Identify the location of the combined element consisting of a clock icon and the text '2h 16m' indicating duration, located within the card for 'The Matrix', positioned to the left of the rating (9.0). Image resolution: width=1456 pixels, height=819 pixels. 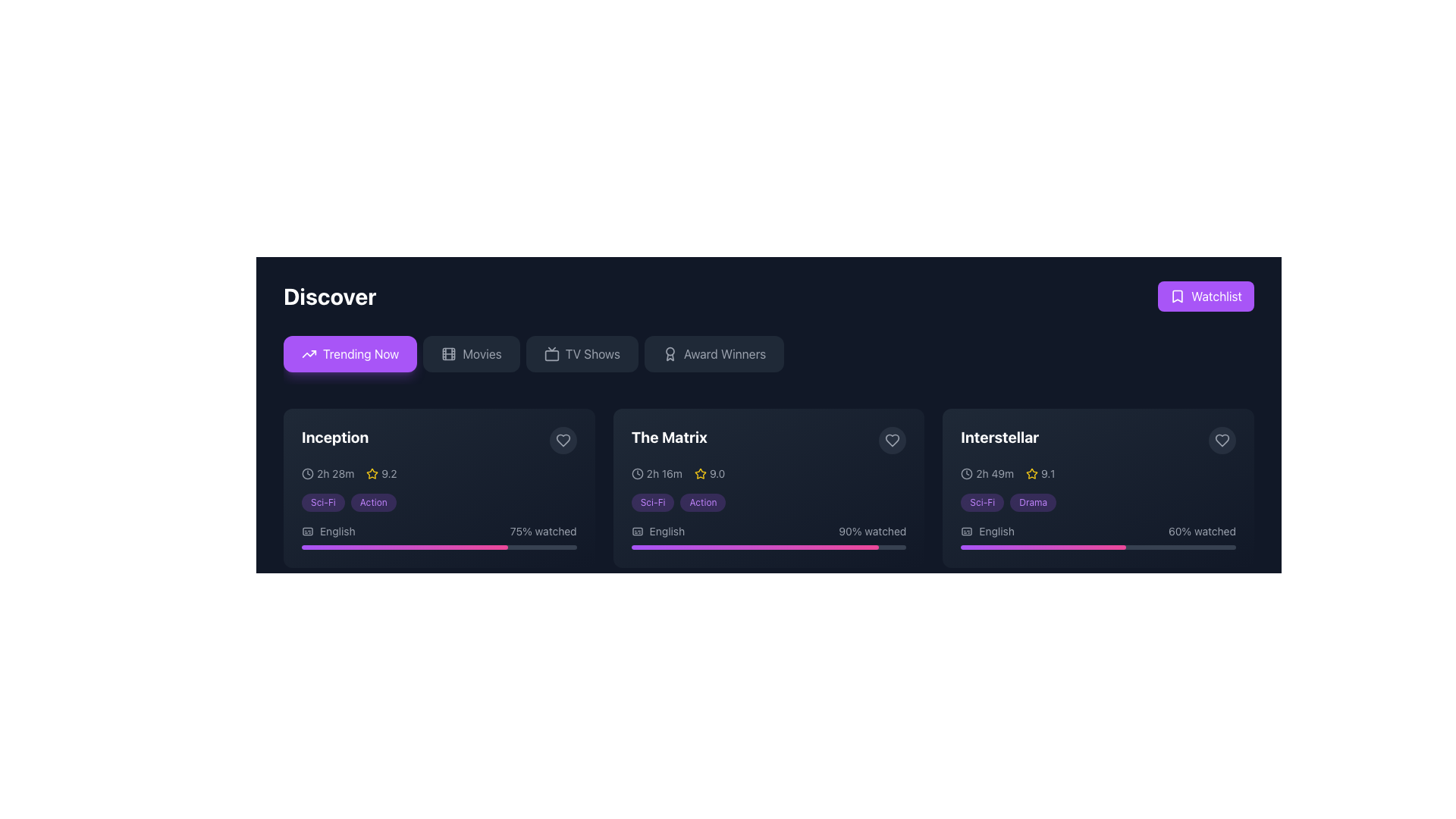
(657, 472).